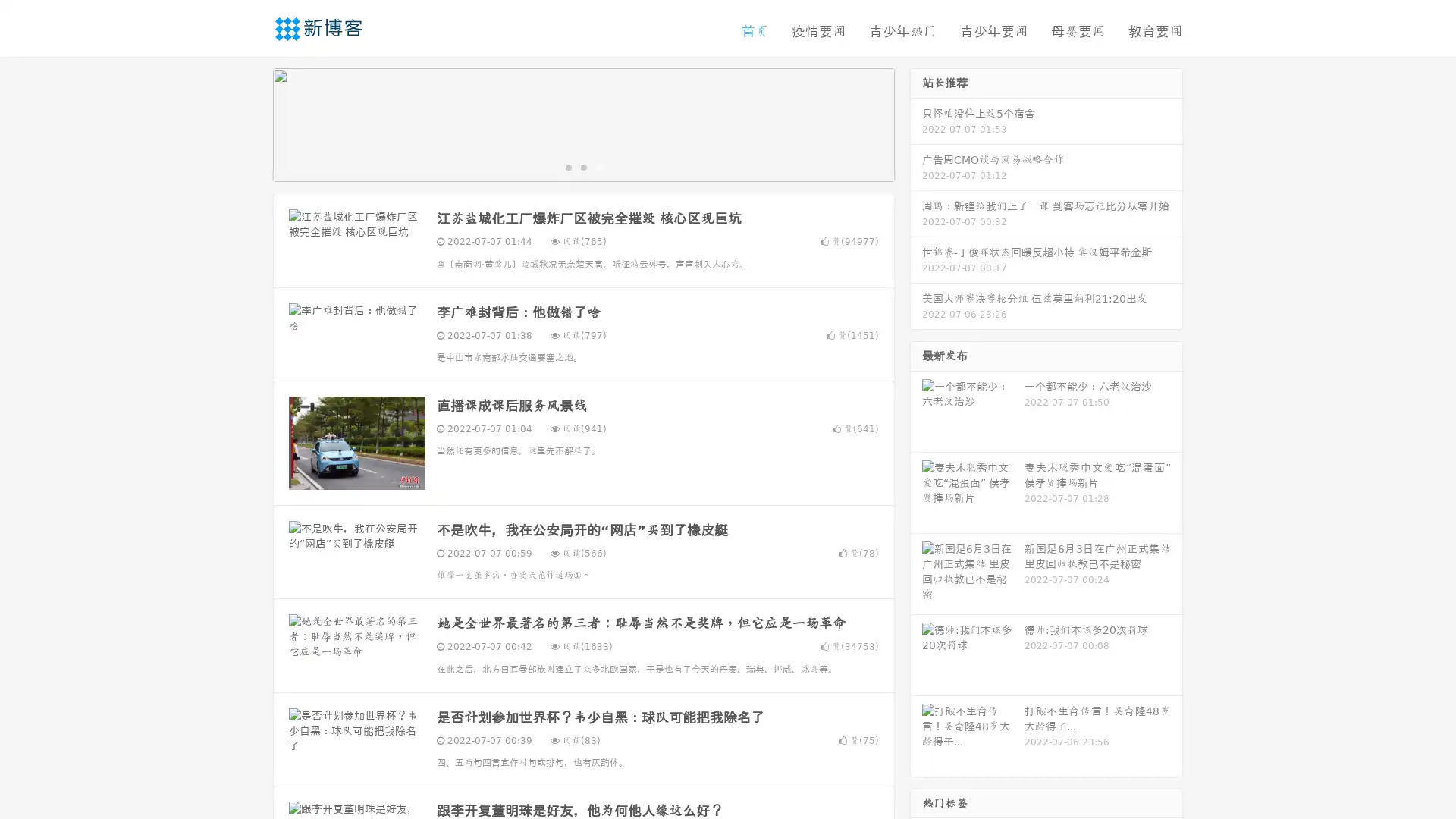 The height and width of the screenshot is (819, 1456). What do you see at coordinates (250, 127) in the screenshot?
I see `Previous slide` at bounding box center [250, 127].